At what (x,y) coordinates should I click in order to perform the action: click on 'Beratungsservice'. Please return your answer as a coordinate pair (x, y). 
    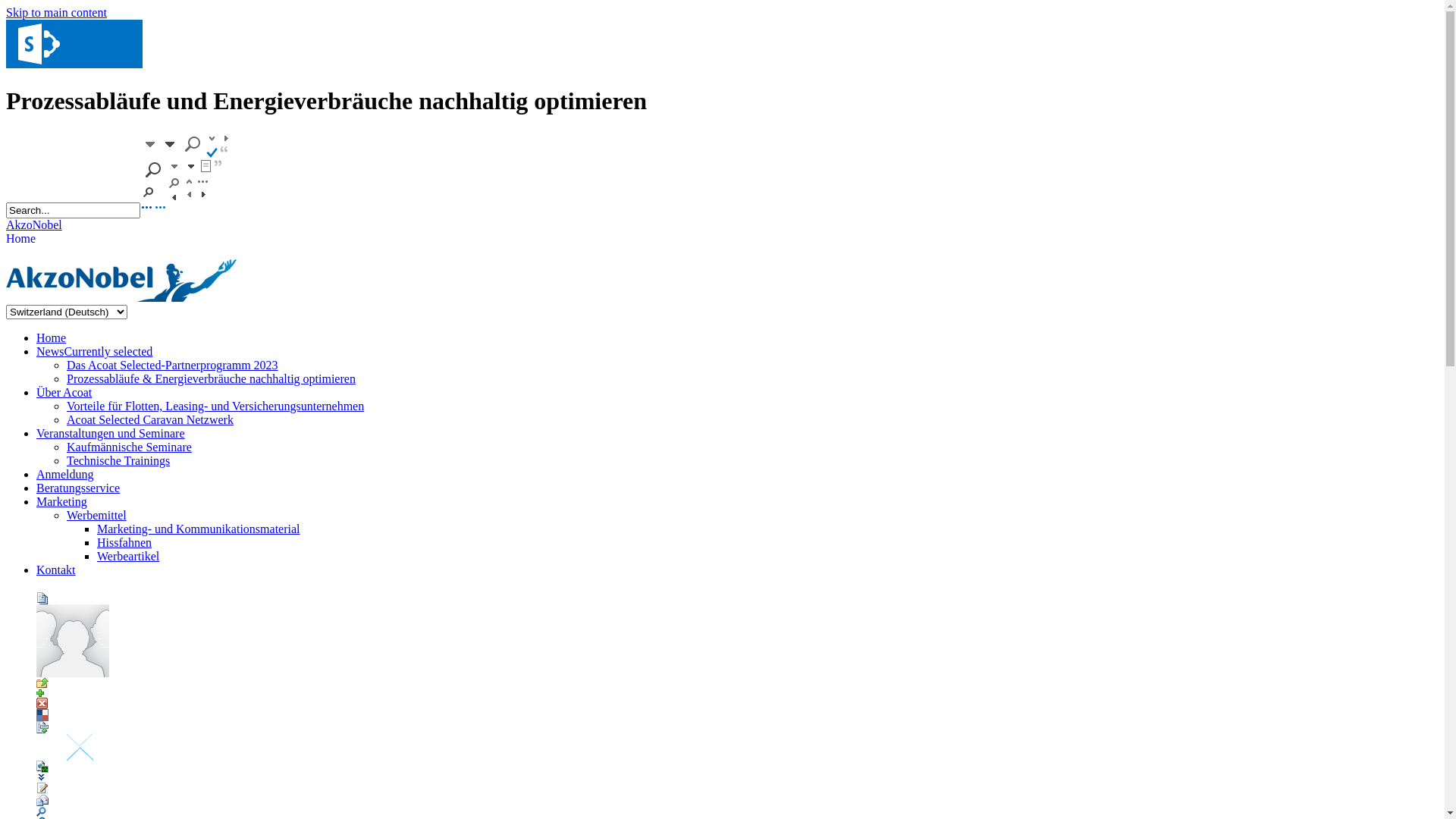
    Looking at the image, I should click on (77, 488).